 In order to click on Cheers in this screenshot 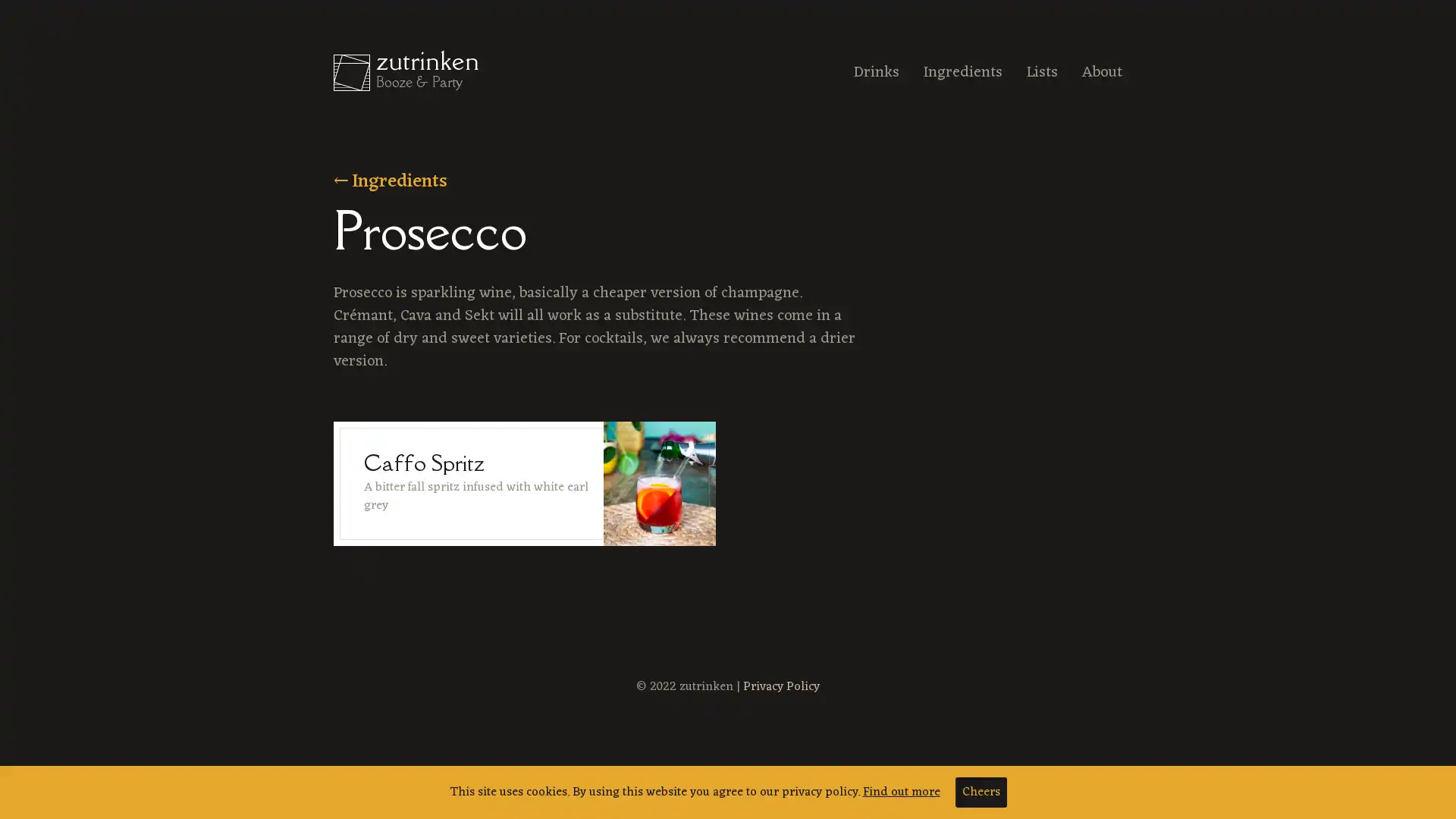, I will do `click(980, 792)`.